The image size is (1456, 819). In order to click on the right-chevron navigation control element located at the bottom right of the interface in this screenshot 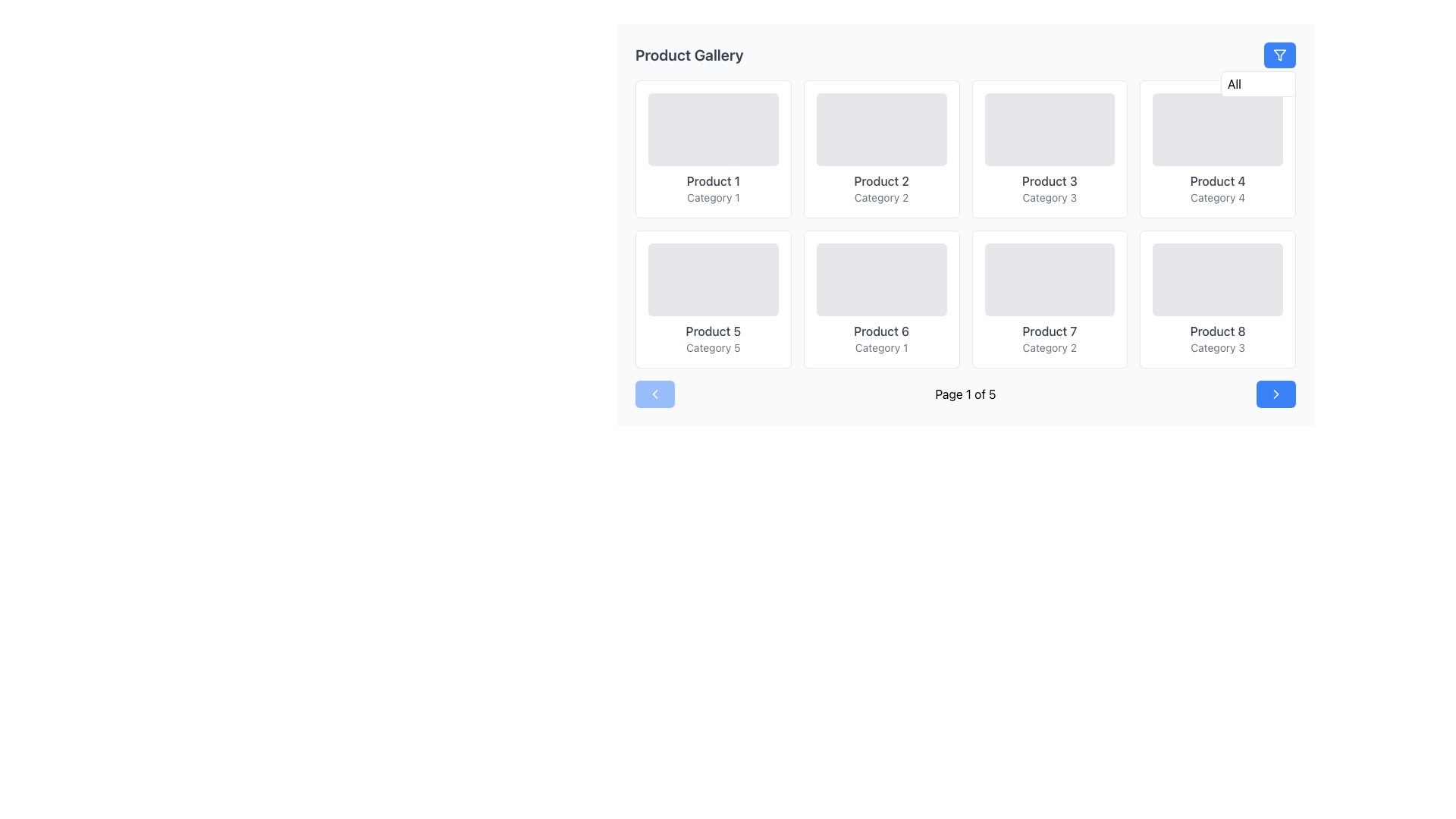, I will do `click(1276, 394)`.